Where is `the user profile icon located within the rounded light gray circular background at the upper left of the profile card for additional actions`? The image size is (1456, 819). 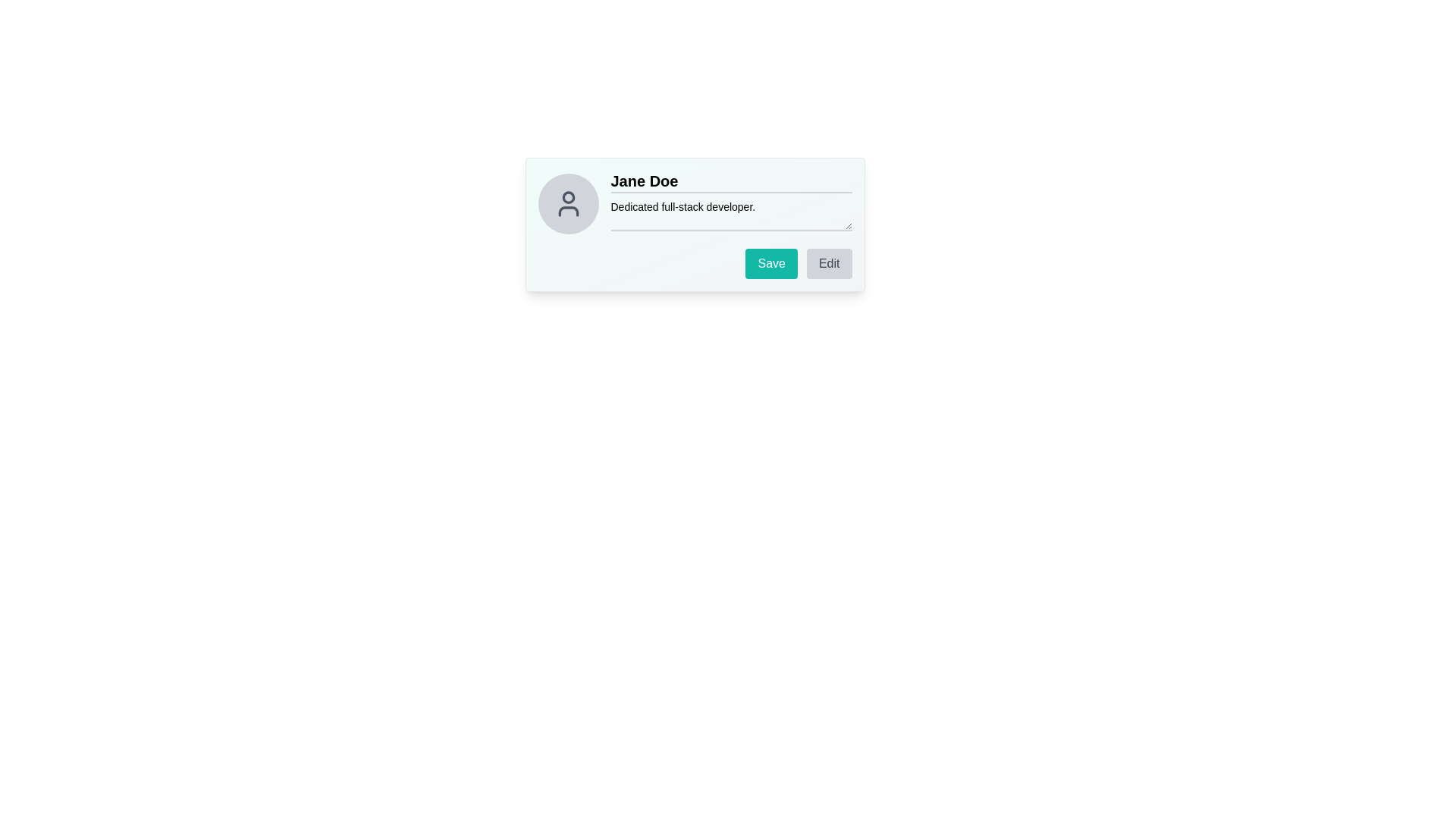 the user profile icon located within the rounded light gray circular background at the upper left of the profile card for additional actions is located at coordinates (567, 202).